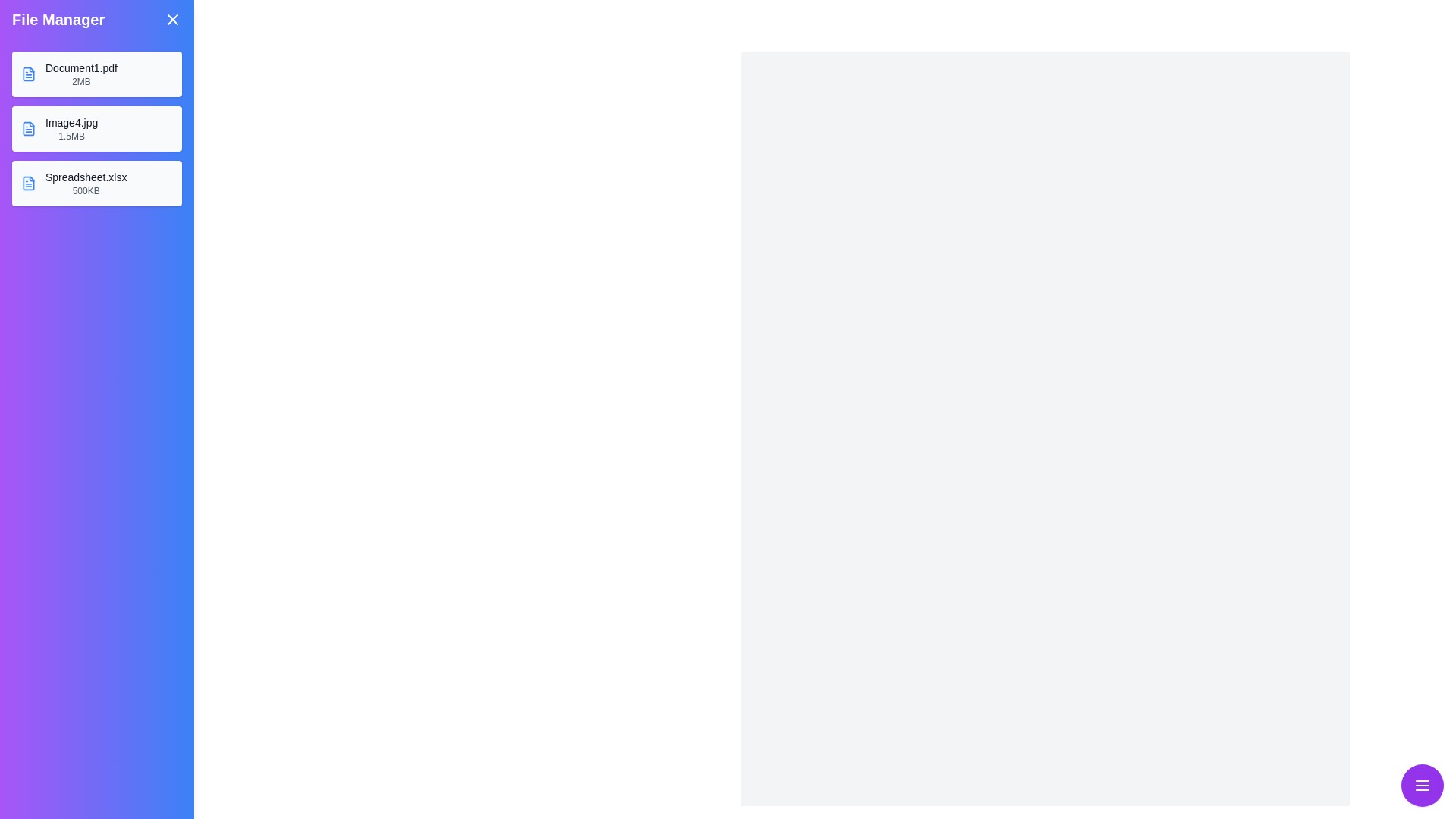 This screenshot has height=819, width=1456. I want to click on the 'Image4.jpg' file card, which is the second item in a vertical list of file cards, so click(96, 127).